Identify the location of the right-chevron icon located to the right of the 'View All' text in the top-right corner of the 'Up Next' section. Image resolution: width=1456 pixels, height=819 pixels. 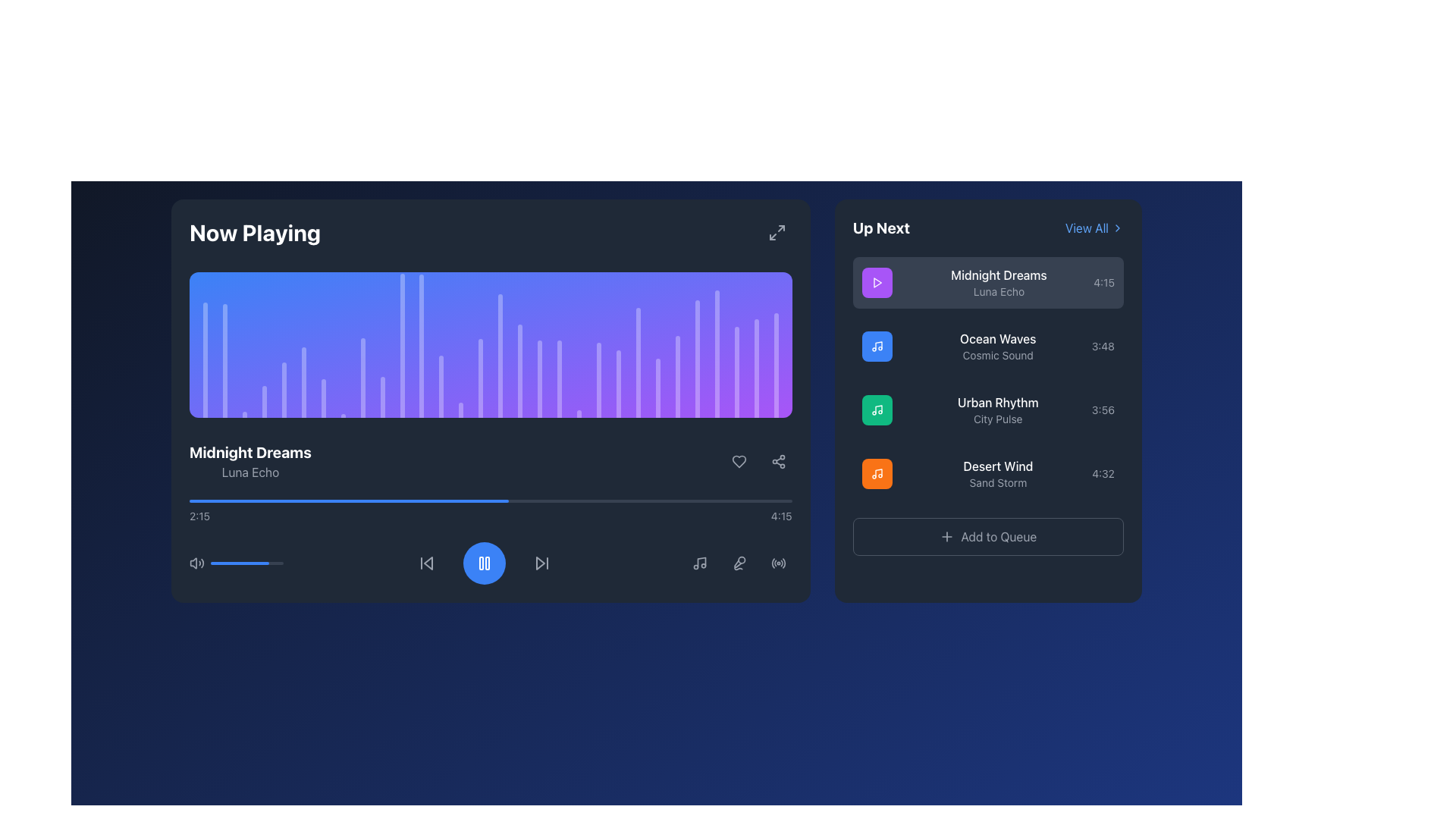
(1117, 227).